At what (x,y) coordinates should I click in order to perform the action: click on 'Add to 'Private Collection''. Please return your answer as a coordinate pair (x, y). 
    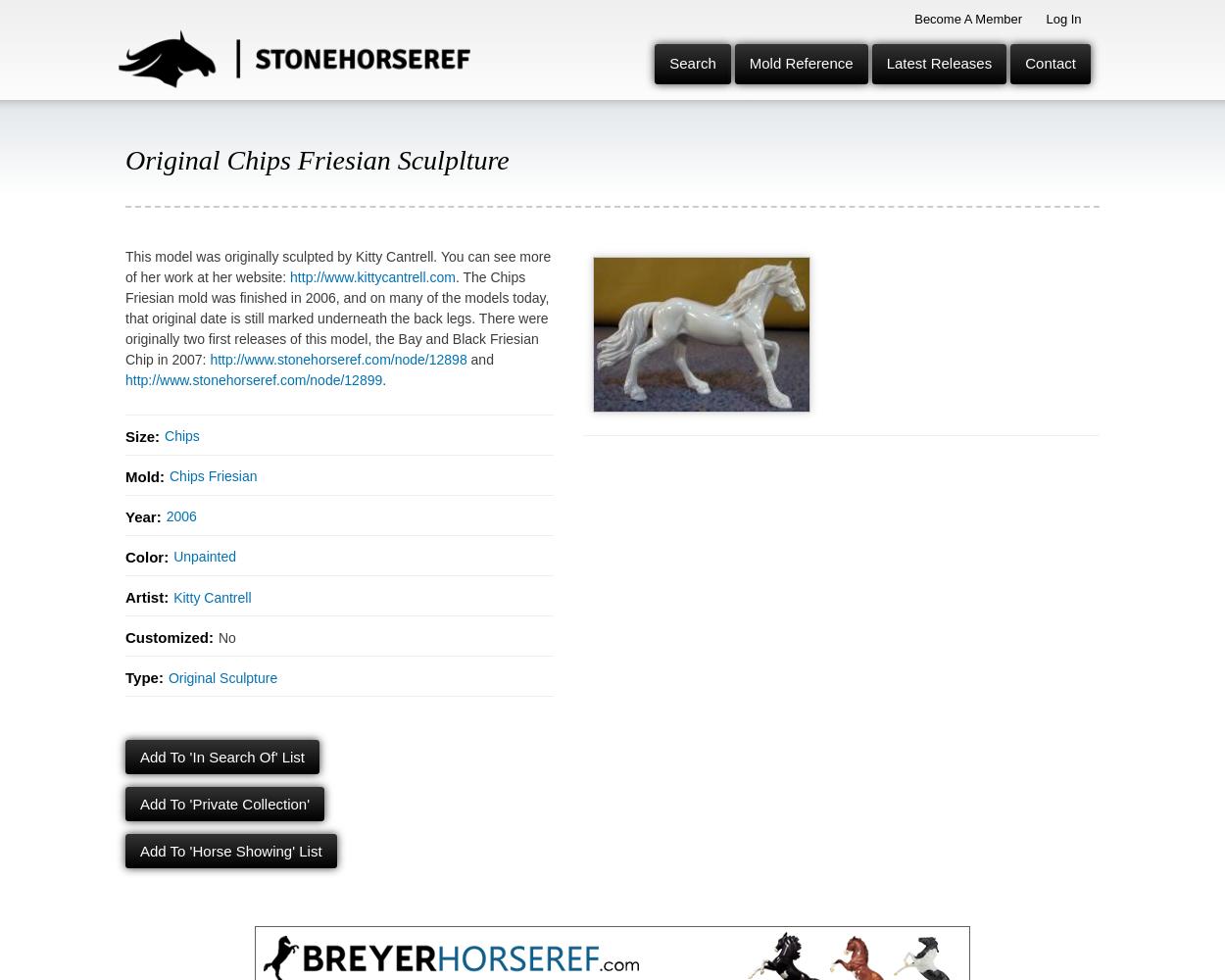
    Looking at the image, I should click on (223, 802).